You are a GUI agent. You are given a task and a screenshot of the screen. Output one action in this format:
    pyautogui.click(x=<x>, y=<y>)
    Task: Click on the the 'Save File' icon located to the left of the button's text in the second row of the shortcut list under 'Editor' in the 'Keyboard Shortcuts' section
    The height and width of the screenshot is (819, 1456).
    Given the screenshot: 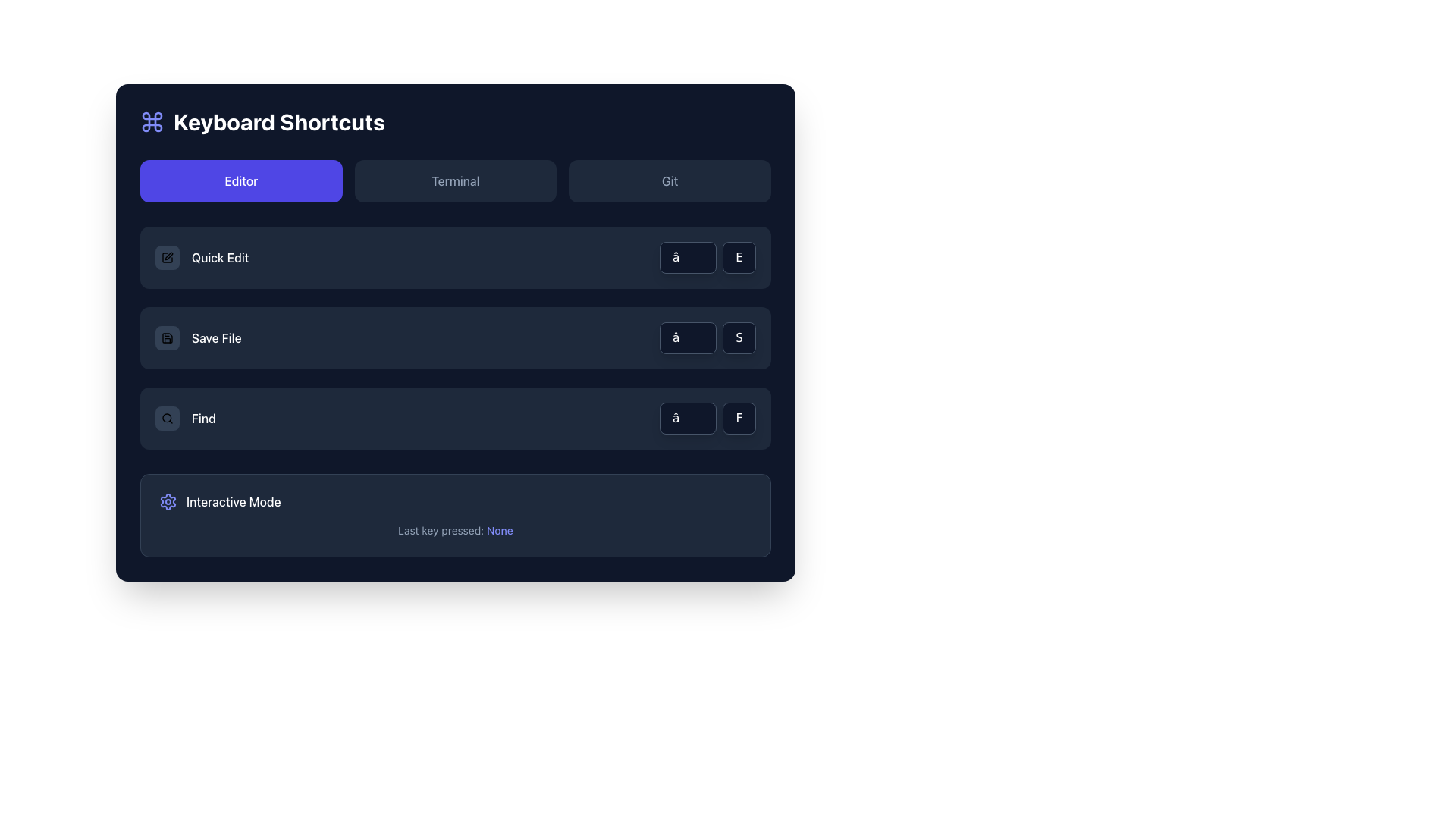 What is the action you would take?
    pyautogui.click(x=167, y=337)
    